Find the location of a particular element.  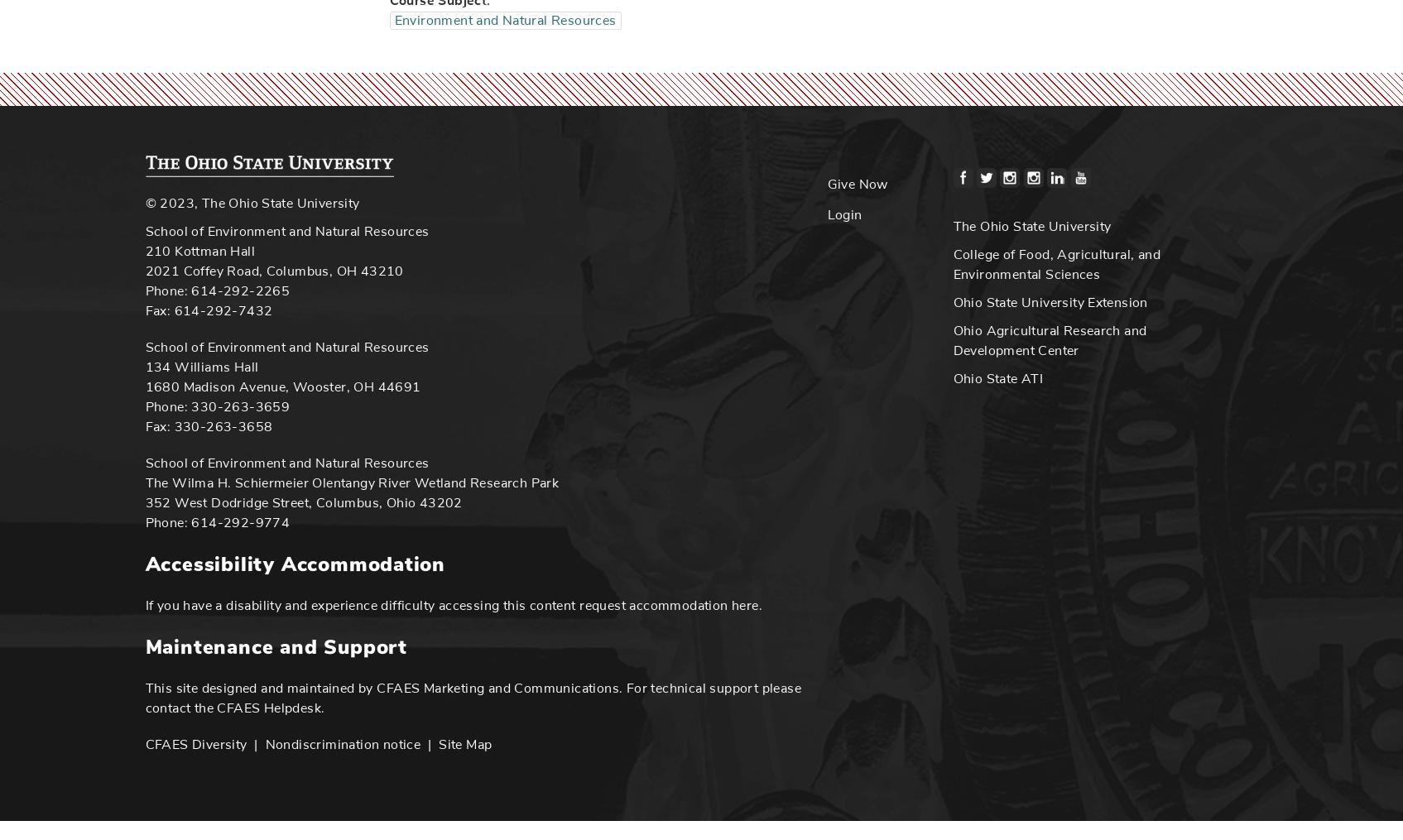

'College of Food, Agricultural, and Environmental Sciences' is located at coordinates (952, 263).